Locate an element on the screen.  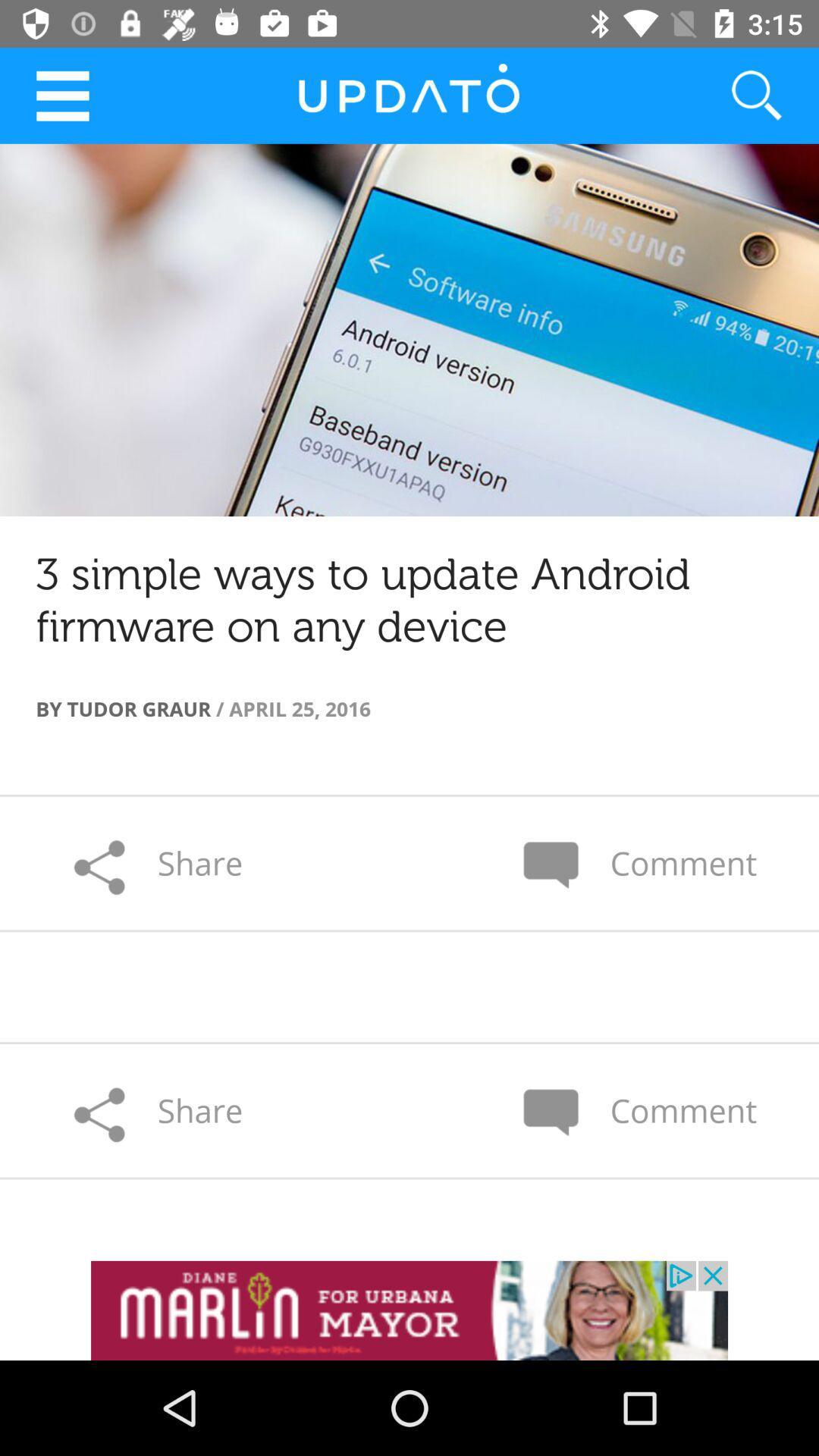
the menu icon is located at coordinates (61, 95).